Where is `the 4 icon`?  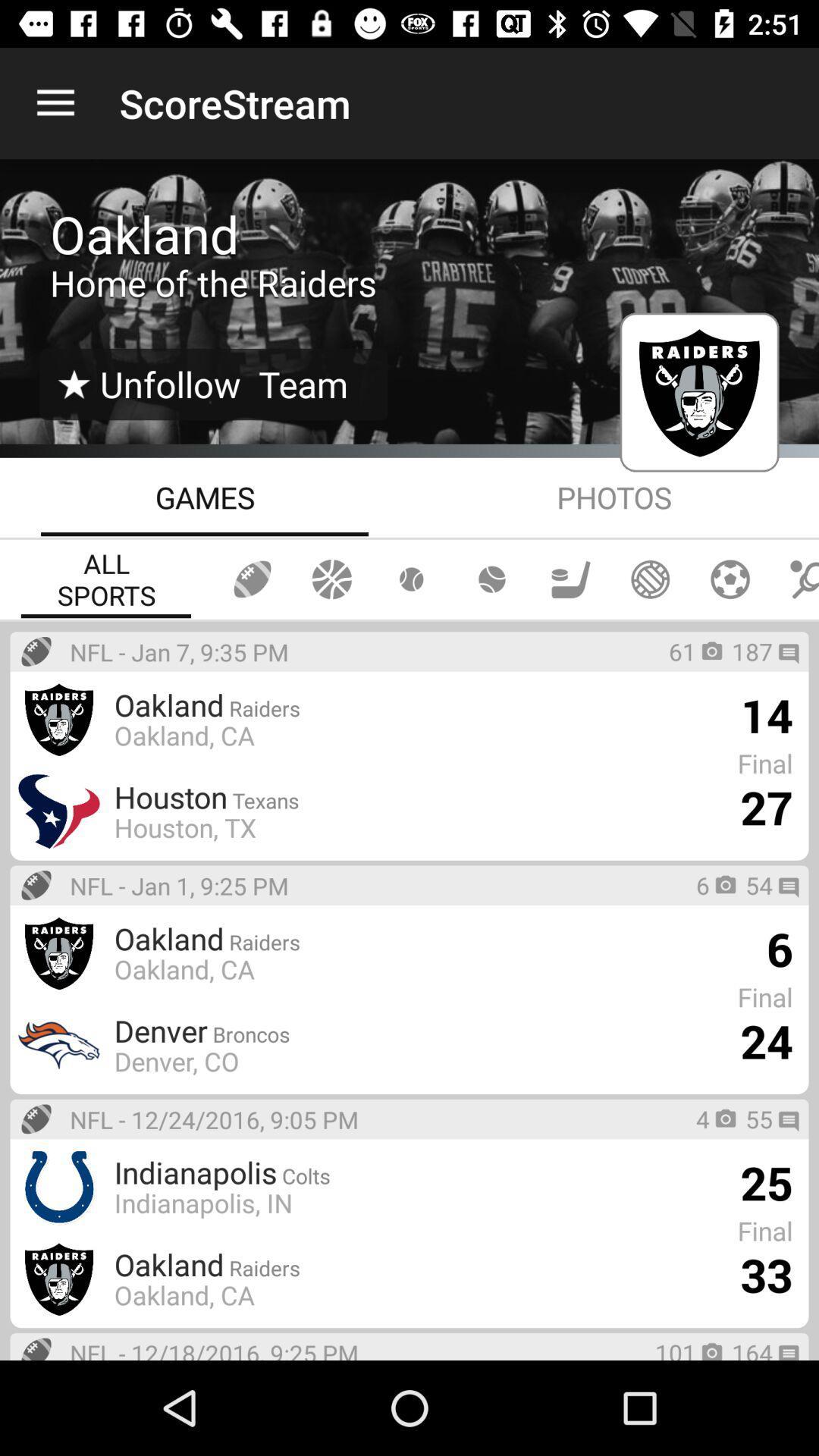
the 4 icon is located at coordinates (702, 1119).